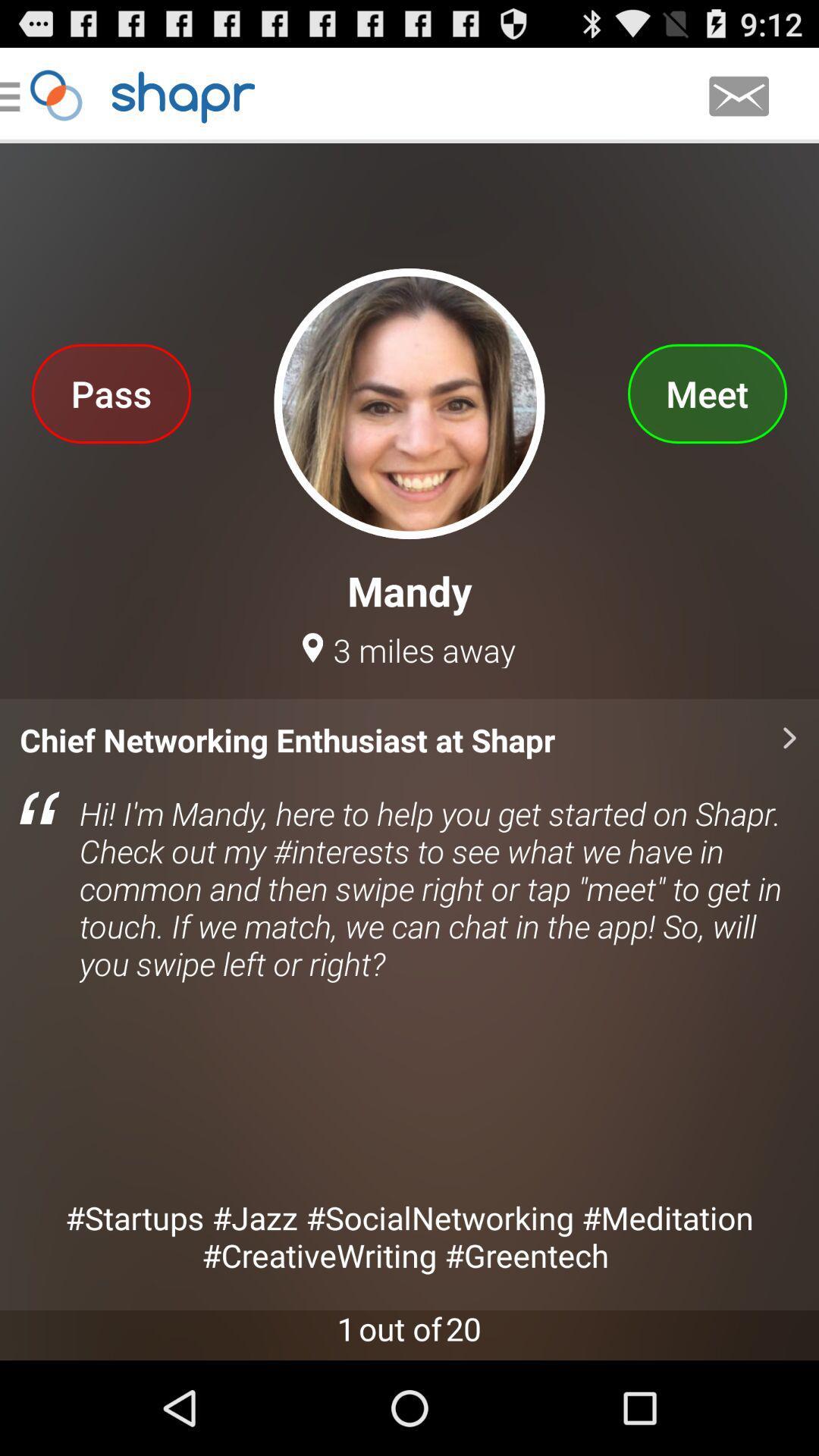  What do you see at coordinates (409, 1004) in the screenshot?
I see `icon below 3 miles away app` at bounding box center [409, 1004].